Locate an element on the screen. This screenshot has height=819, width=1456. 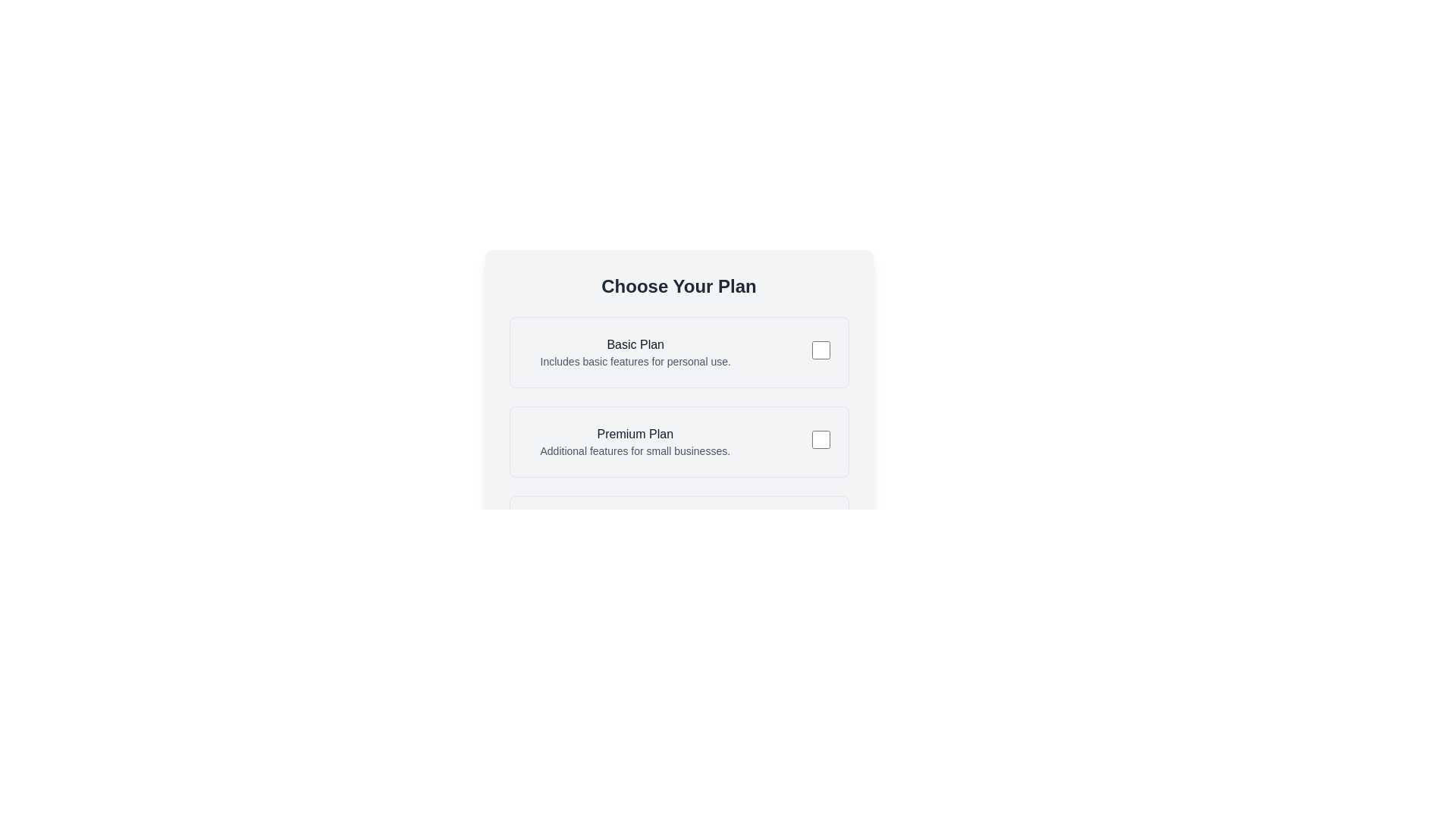
details of the 'Premium Plan' option, which is the second option in the list of selectable plans, located below the 'Basic Plan' and includes a checkbox on its right side is located at coordinates (635, 441).